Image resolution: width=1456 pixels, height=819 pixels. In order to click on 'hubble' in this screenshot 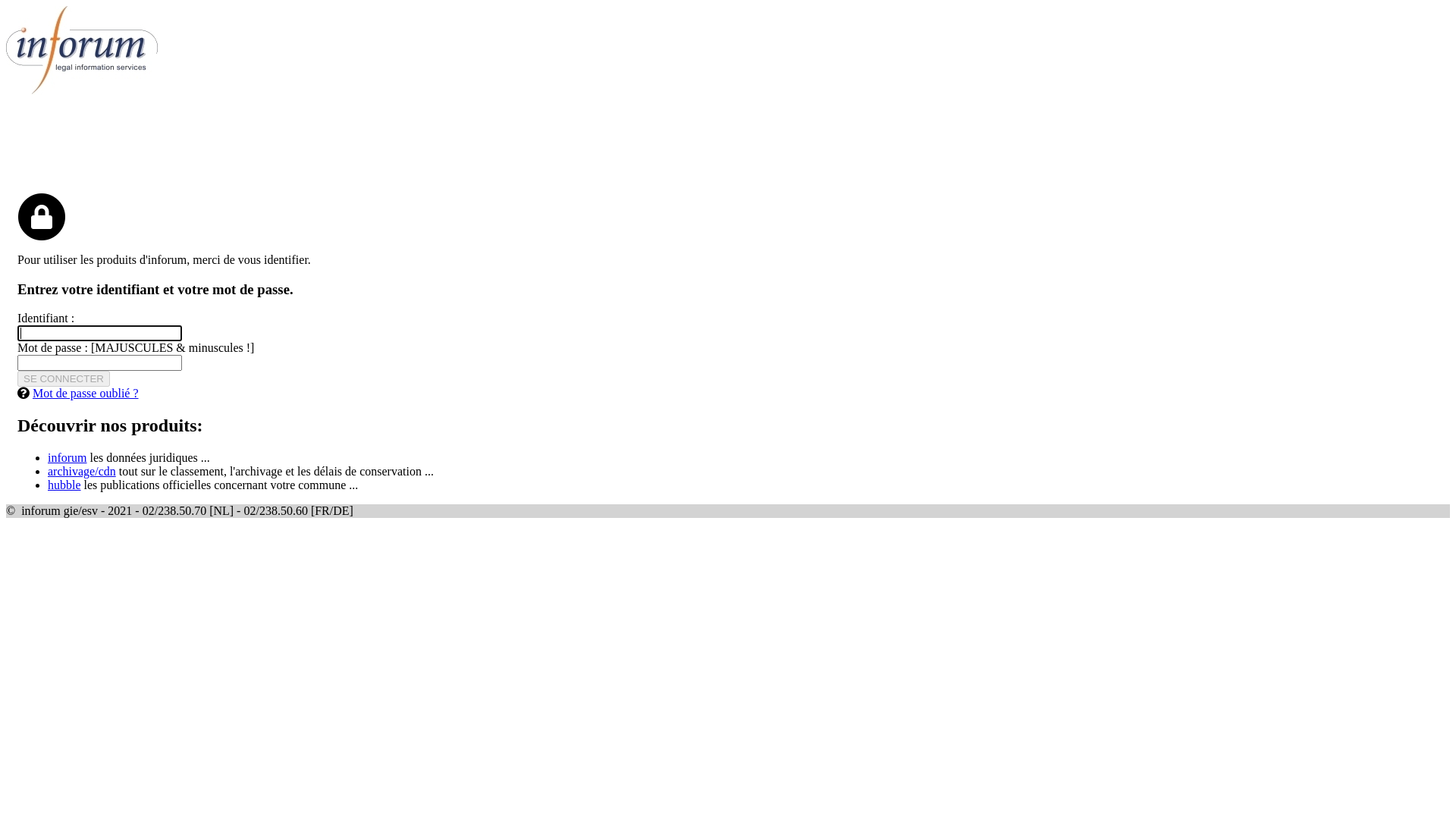, I will do `click(47, 485)`.